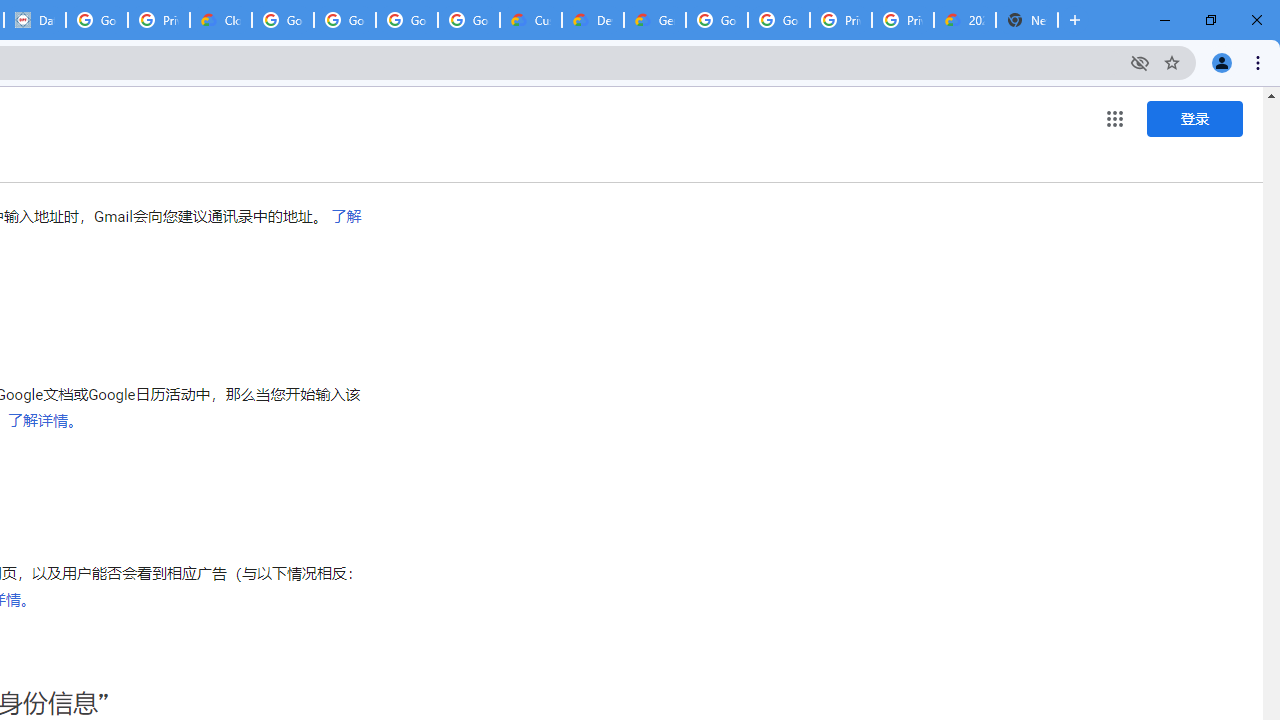 The height and width of the screenshot is (720, 1280). I want to click on 'Gemini for Business and Developers | Google Cloud', so click(654, 20).